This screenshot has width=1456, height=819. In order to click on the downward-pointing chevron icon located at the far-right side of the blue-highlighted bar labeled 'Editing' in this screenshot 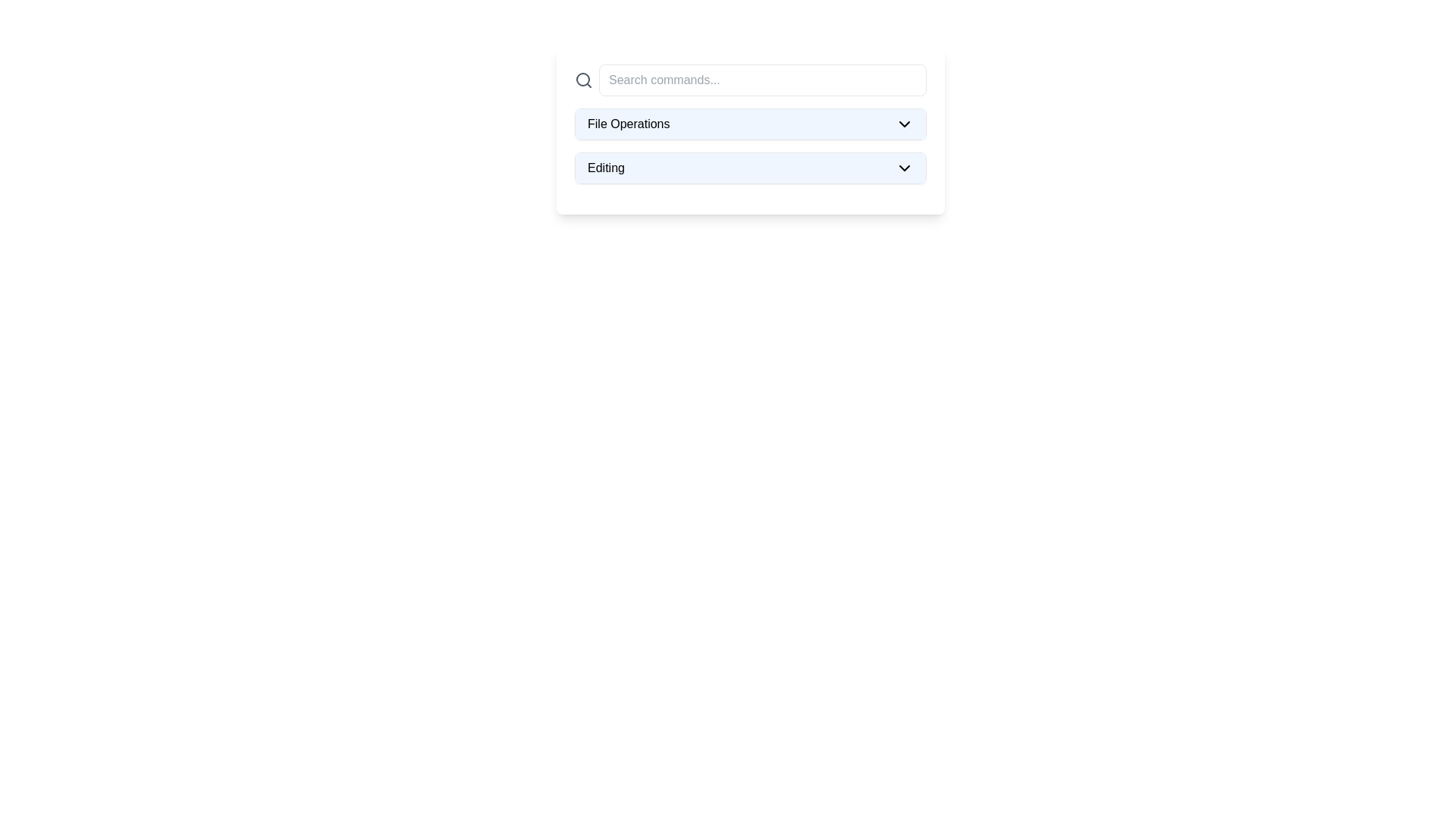, I will do `click(905, 168)`.